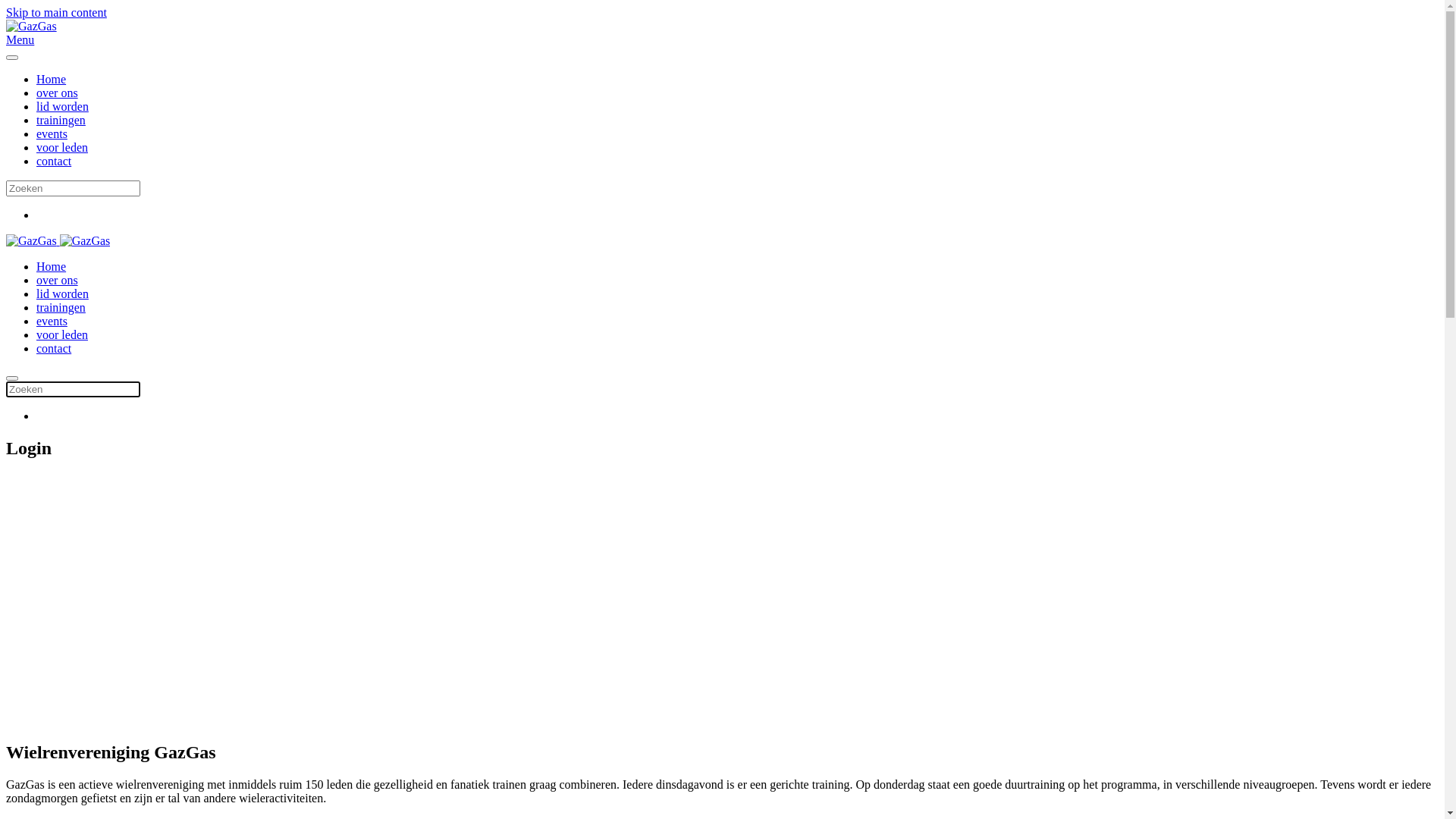 The image size is (1456, 819). What do you see at coordinates (57, 280) in the screenshot?
I see `'over ons'` at bounding box center [57, 280].